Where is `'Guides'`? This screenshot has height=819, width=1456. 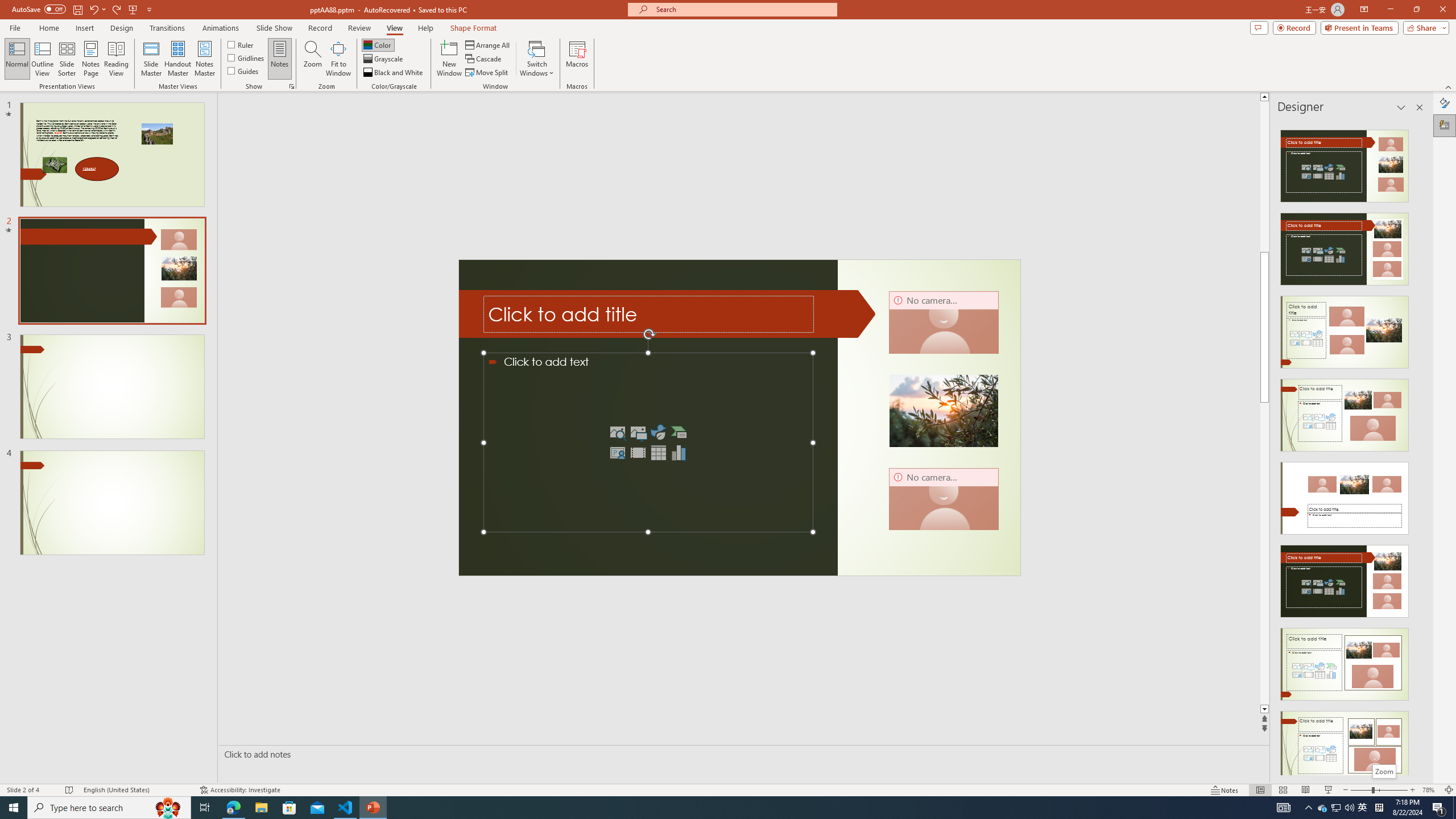 'Guides' is located at coordinates (243, 69).